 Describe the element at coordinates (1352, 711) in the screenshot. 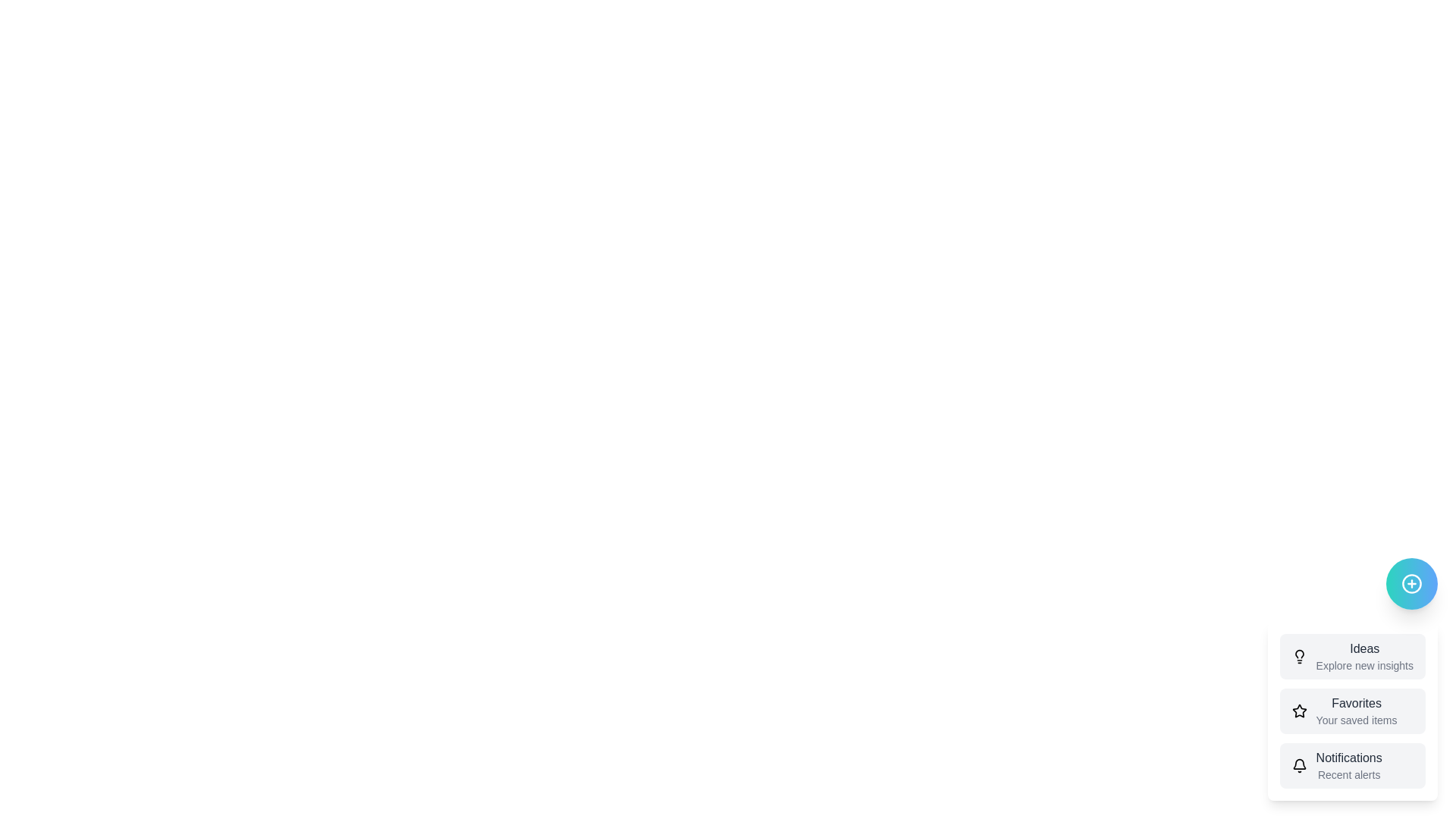

I see `the 'Favorites' menu item, which includes a star icon and two lines of text` at that location.